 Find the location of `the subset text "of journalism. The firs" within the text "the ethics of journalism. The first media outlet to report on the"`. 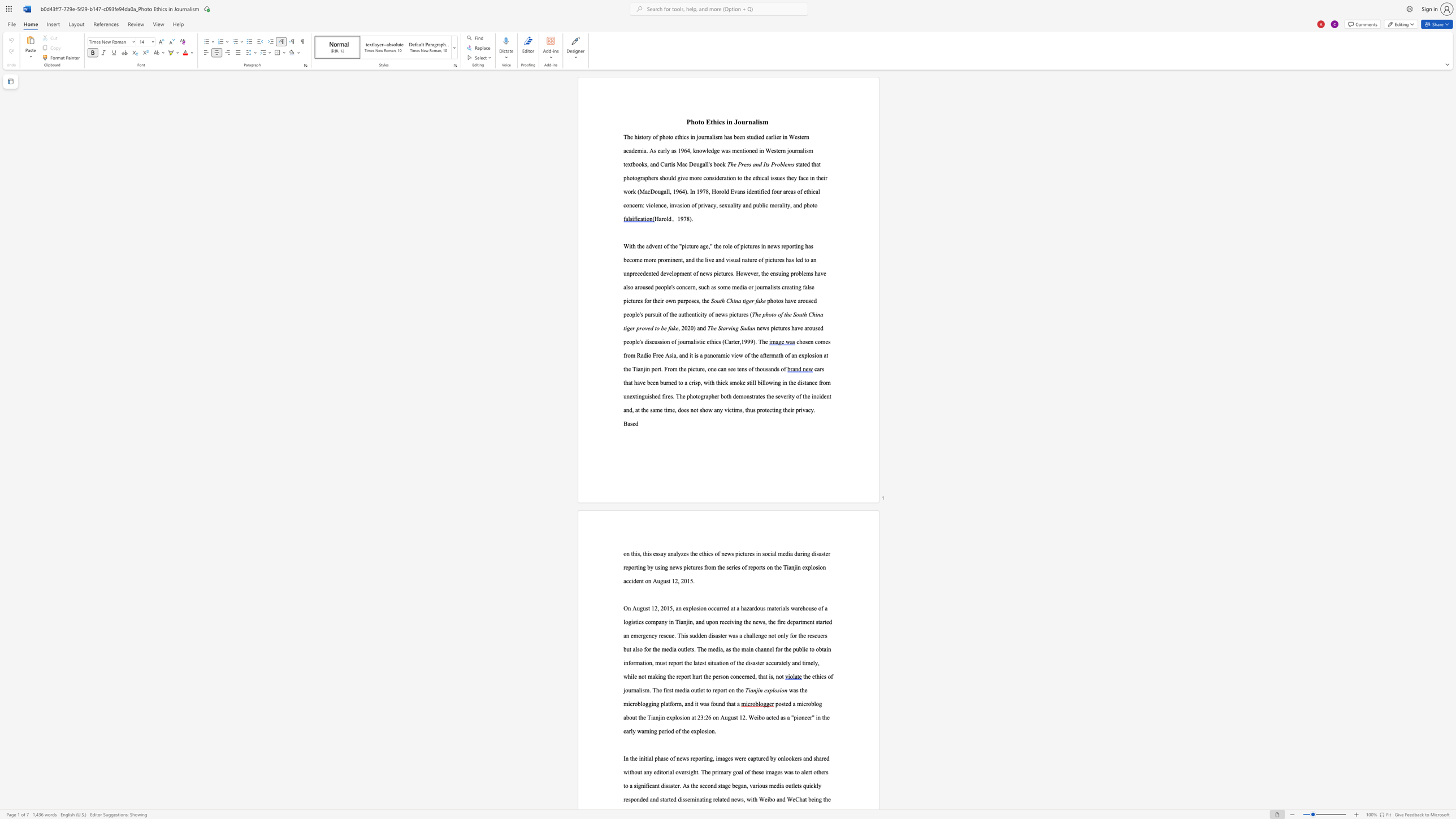

the subset text "of journalism. The firs" within the text "the ethics of journalism. The first media outlet to report on the" is located at coordinates (827, 675).